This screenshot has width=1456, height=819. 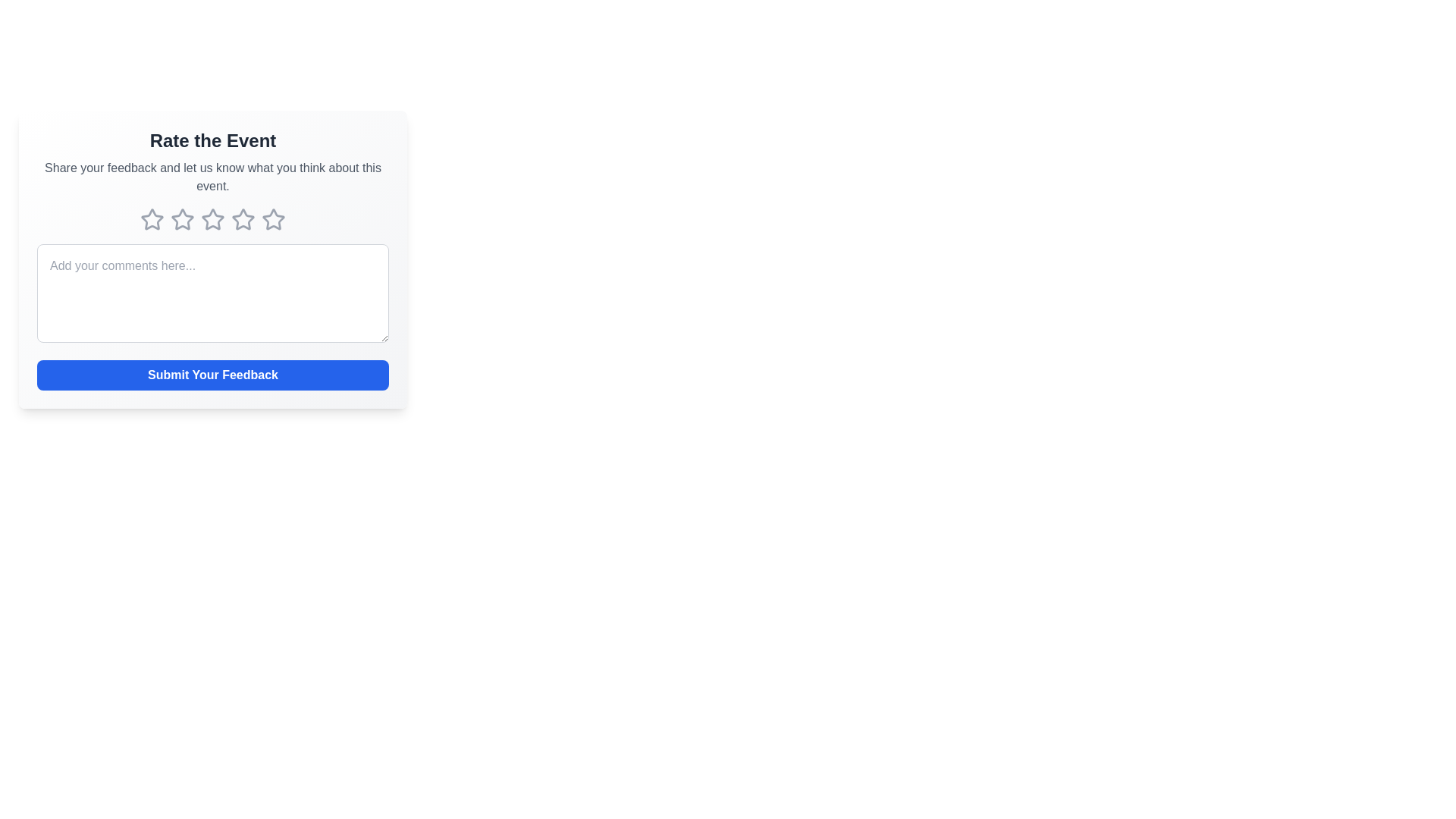 I want to click on text label that says 'Share your feedback and let us know what you think about this event.' styled in muted gray color, located below the heading 'Rate the Event', so click(x=212, y=177).